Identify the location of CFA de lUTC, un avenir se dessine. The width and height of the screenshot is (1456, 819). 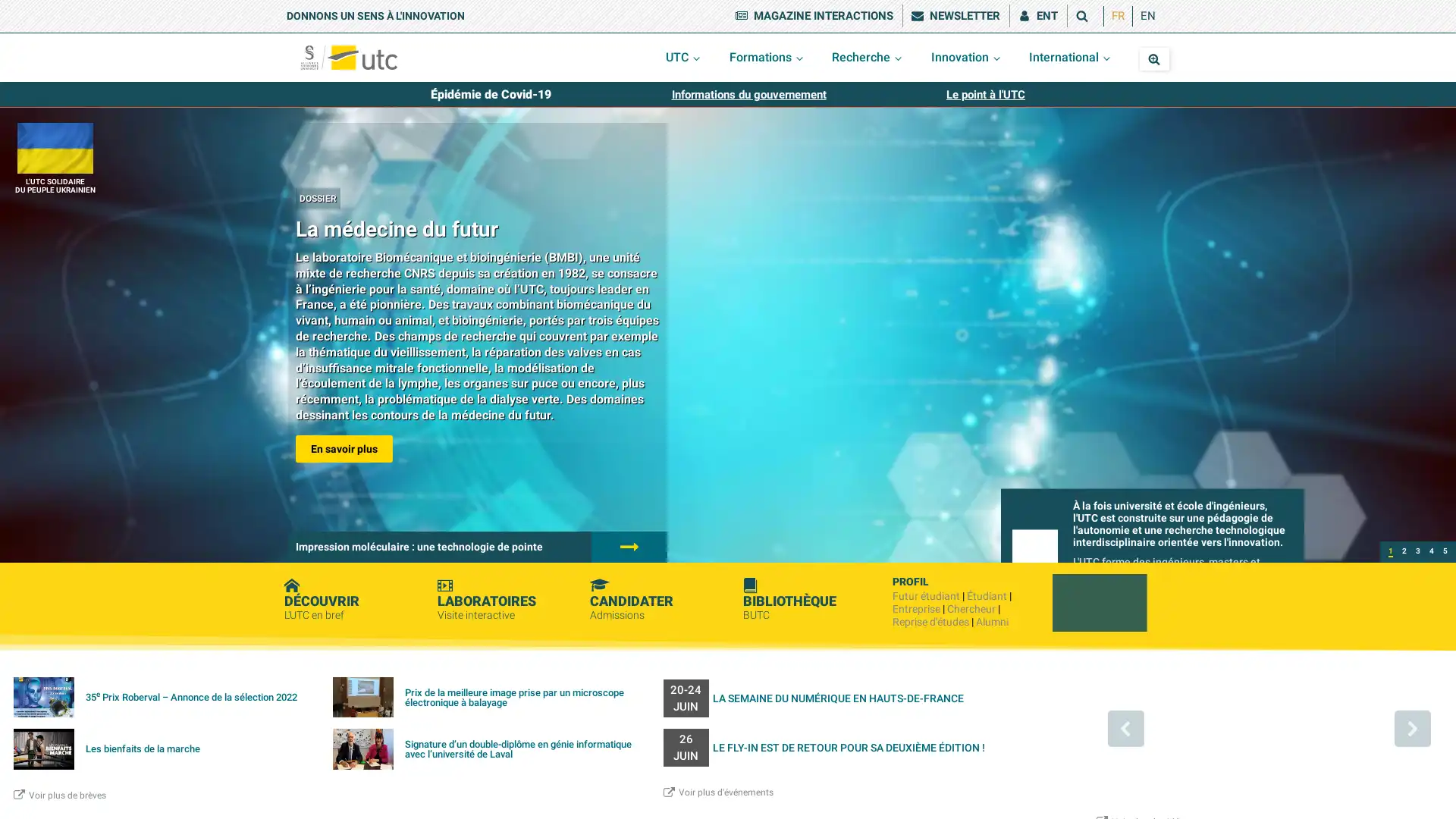
(1417, 552).